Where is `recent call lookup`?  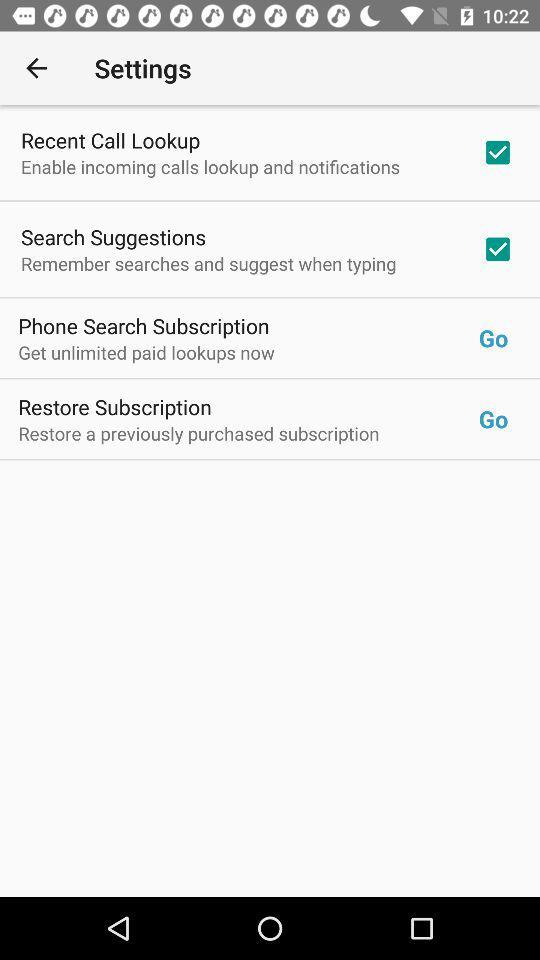 recent call lookup is located at coordinates (110, 139).